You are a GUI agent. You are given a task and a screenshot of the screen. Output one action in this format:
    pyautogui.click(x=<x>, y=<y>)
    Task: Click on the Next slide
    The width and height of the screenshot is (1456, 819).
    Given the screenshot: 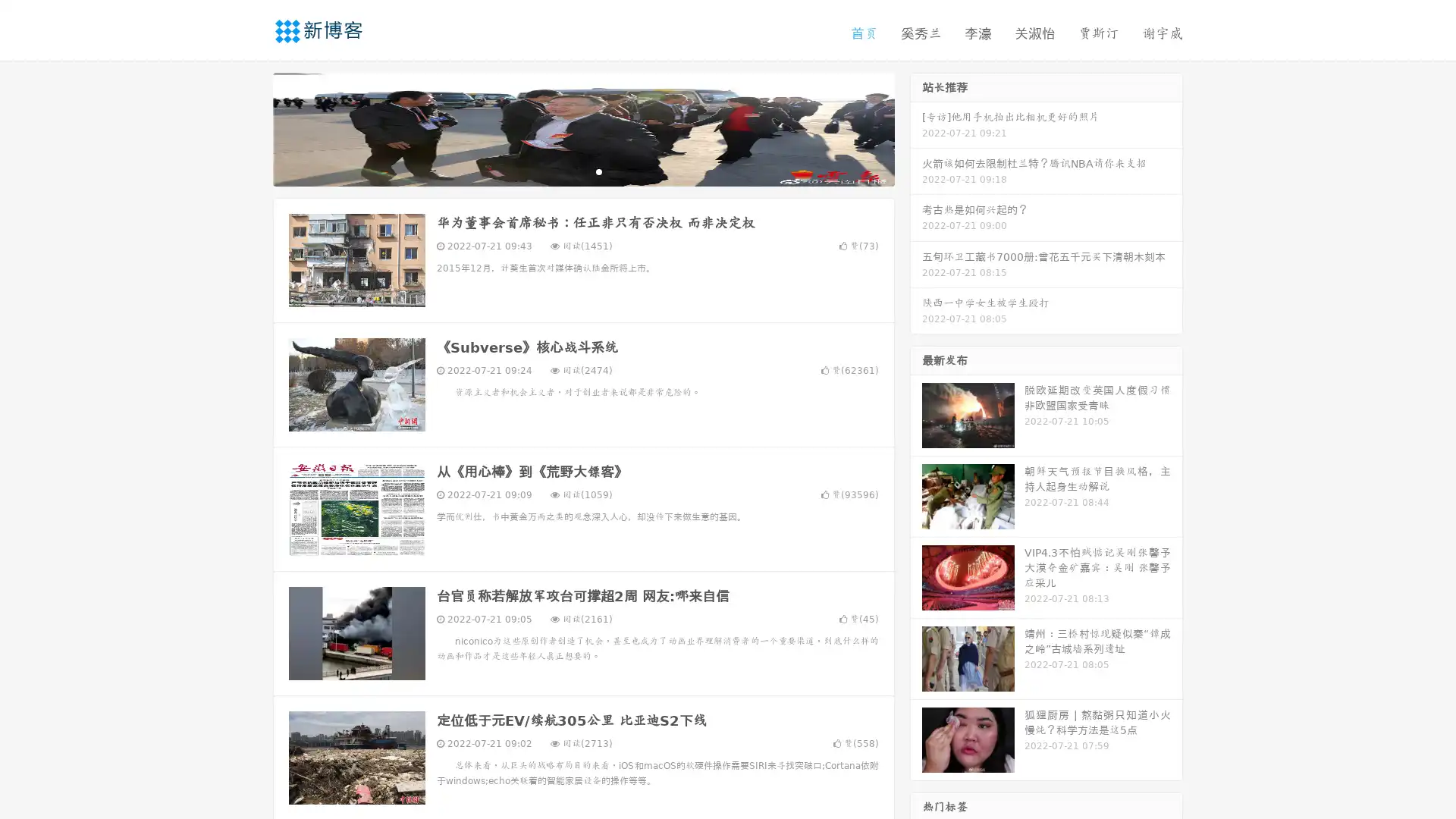 What is the action you would take?
    pyautogui.click(x=916, y=127)
    